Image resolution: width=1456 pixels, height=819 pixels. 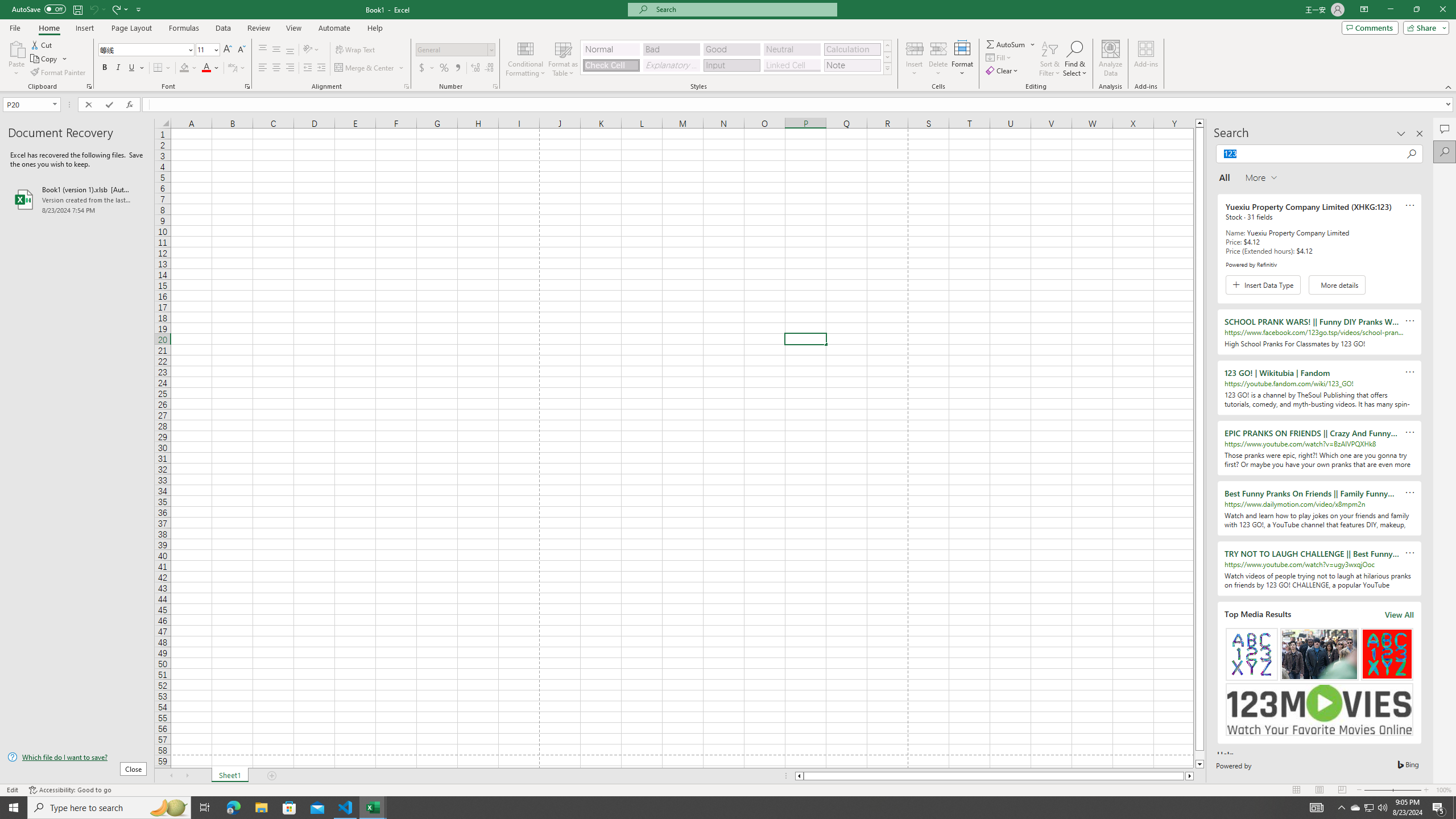 I want to click on 'Row Down', so click(x=887, y=56).